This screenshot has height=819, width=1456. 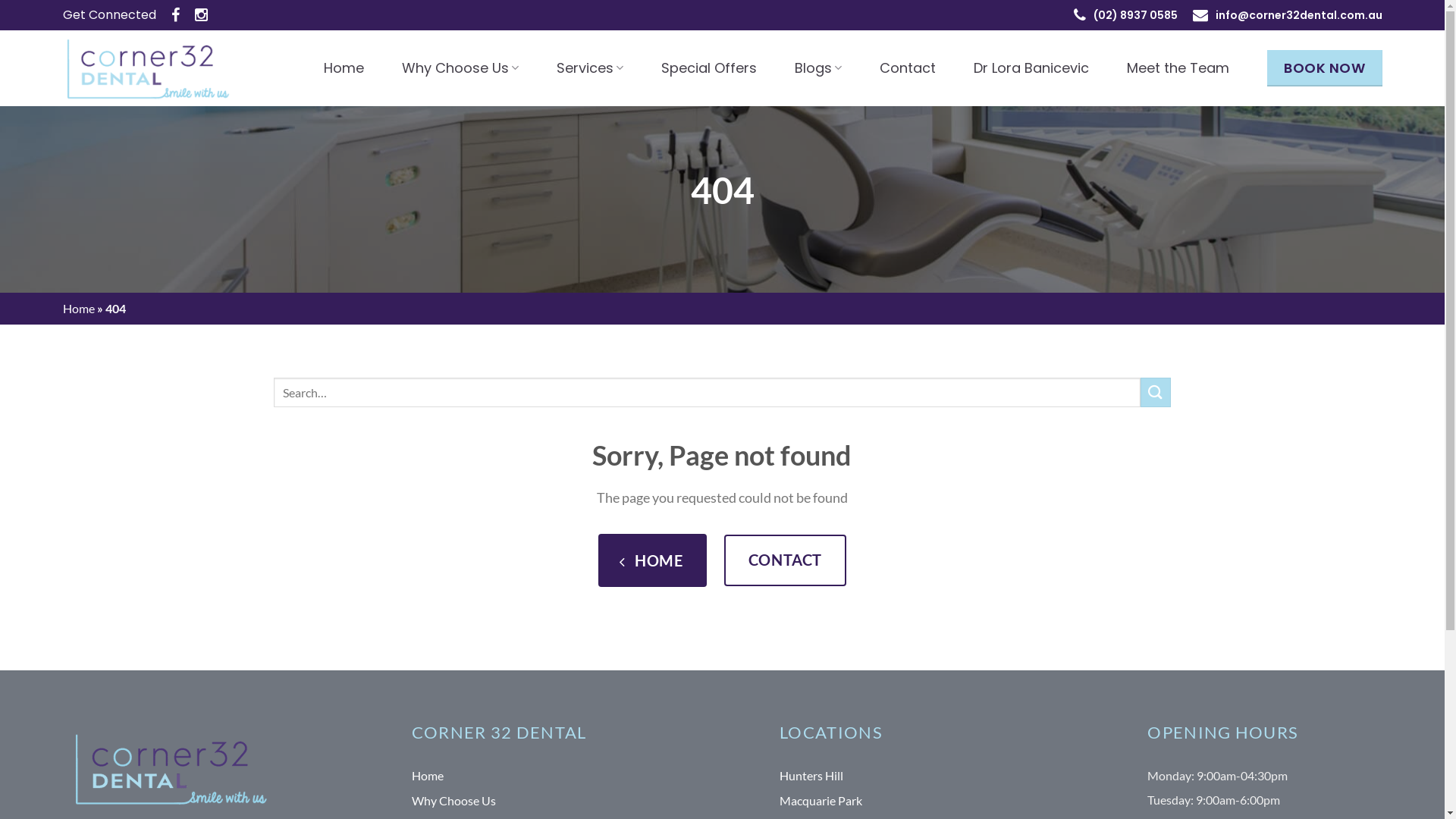 I want to click on 'BOOK NOW', so click(x=1323, y=67).